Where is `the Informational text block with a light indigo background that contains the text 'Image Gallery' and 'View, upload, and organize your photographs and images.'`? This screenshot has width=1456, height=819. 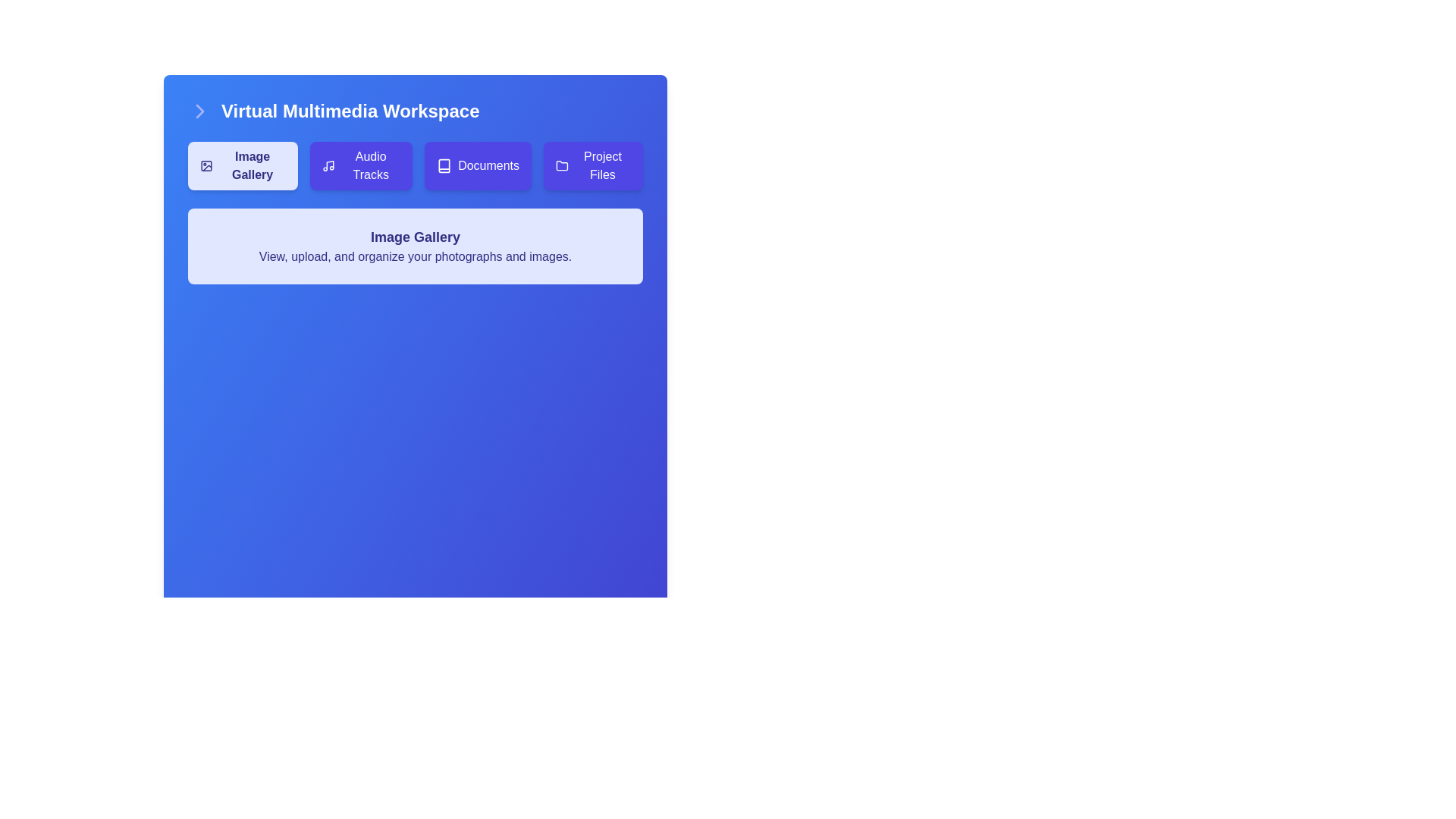
the Informational text block with a light indigo background that contains the text 'Image Gallery' and 'View, upload, and organize your photographs and images.' is located at coordinates (415, 245).